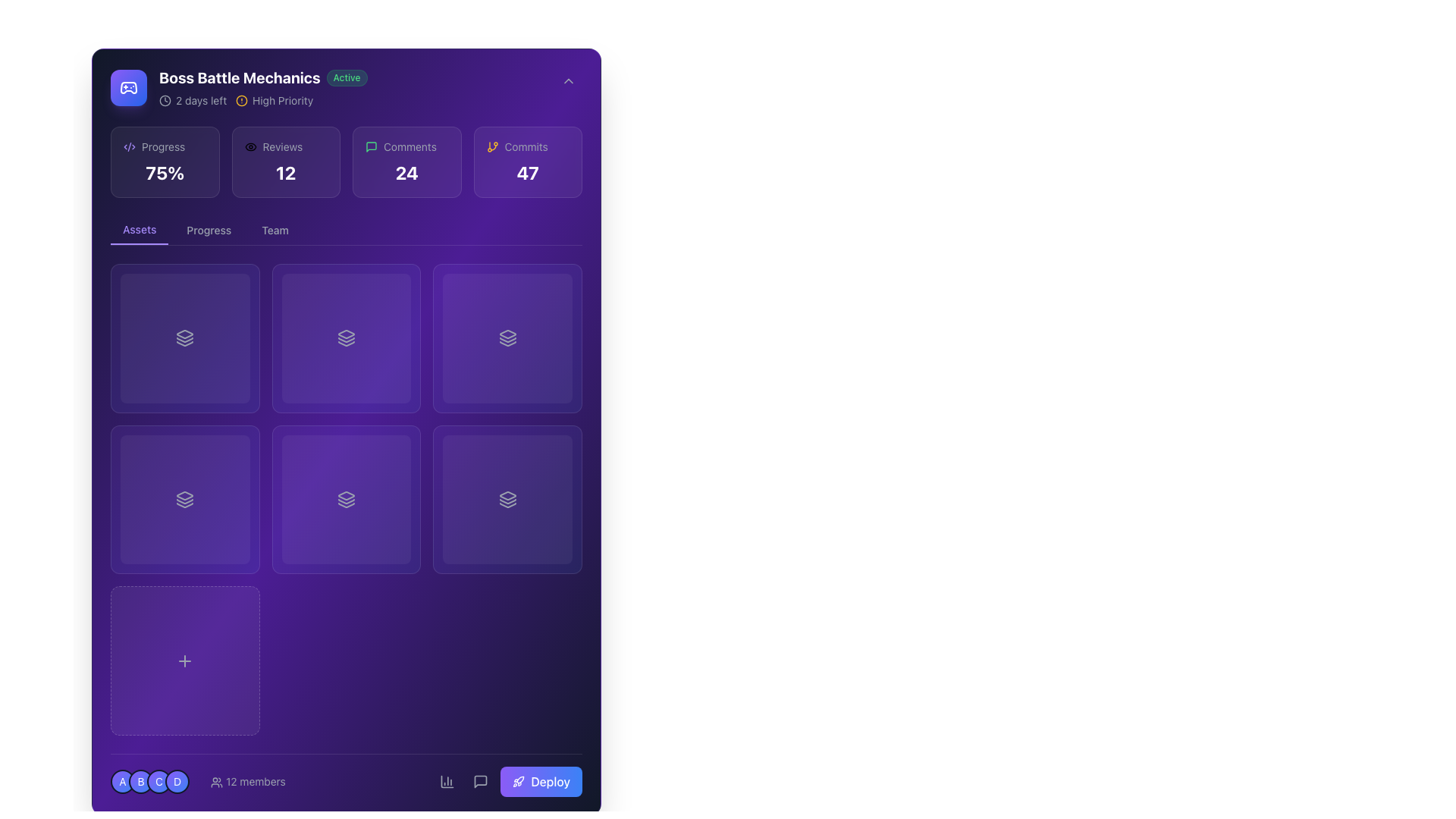 The image size is (1456, 819). What do you see at coordinates (184, 500) in the screenshot?
I see `the transparent rectangular Background overlay with a gradient from violet to blue, located in the second card of the first row under the 'Assets' tab` at bounding box center [184, 500].